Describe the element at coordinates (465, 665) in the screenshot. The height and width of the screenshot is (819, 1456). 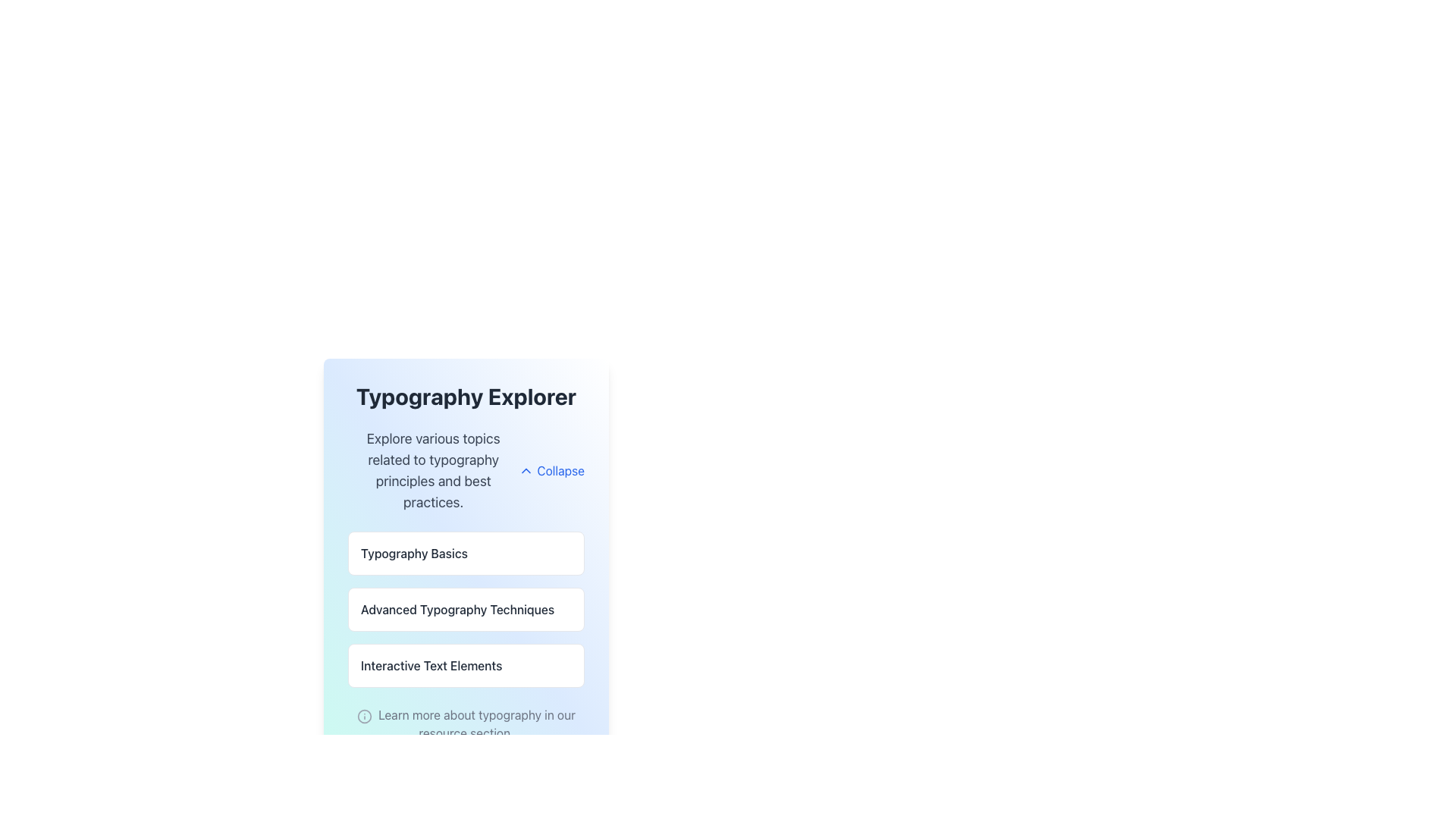
I see `the 'Interactive Text Elements' label, which is the third option in the vertical list under 'Typography Explorer'` at that location.